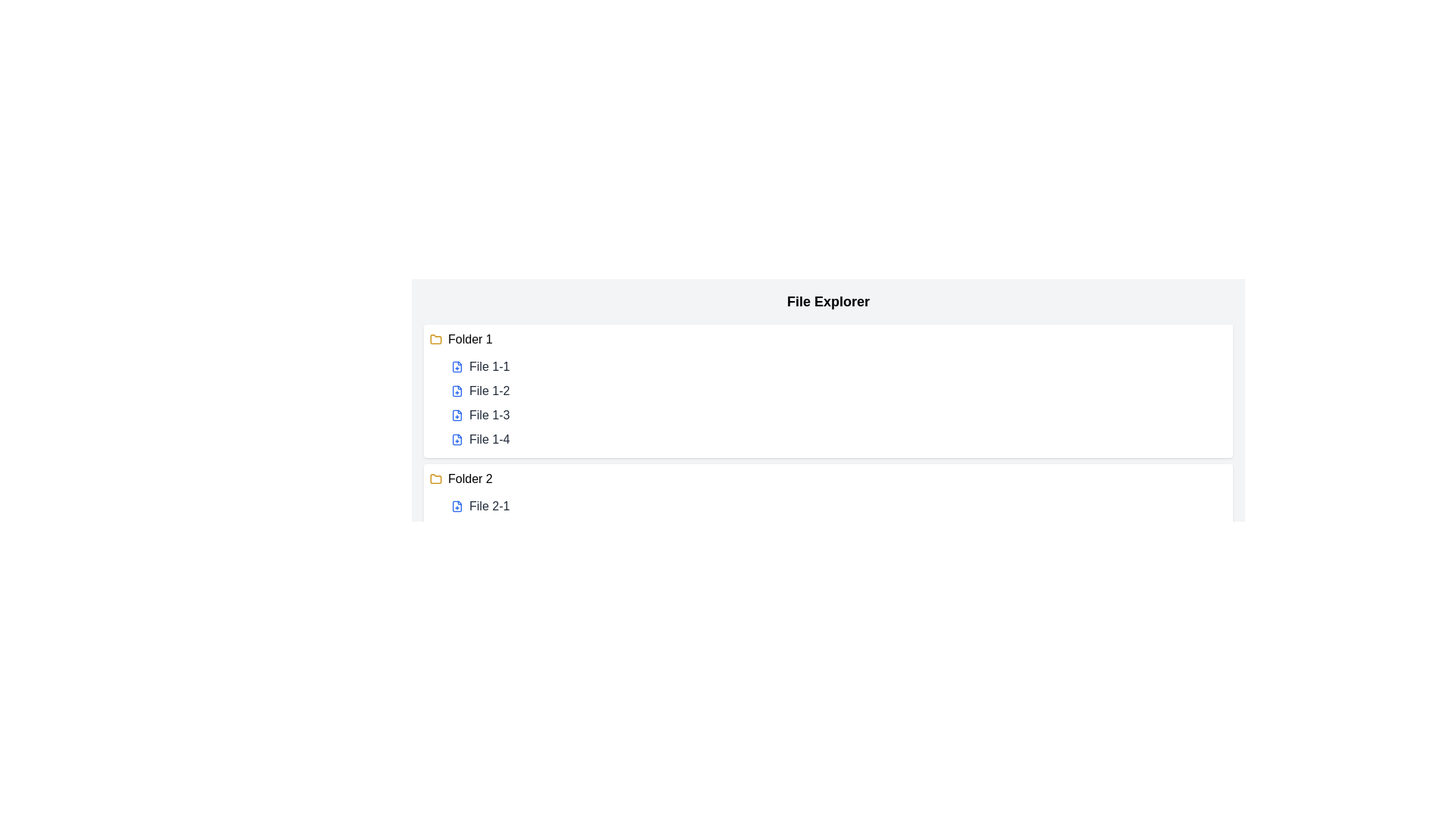  Describe the element at coordinates (489, 506) in the screenshot. I see `the text label 'File 2-1'` at that location.